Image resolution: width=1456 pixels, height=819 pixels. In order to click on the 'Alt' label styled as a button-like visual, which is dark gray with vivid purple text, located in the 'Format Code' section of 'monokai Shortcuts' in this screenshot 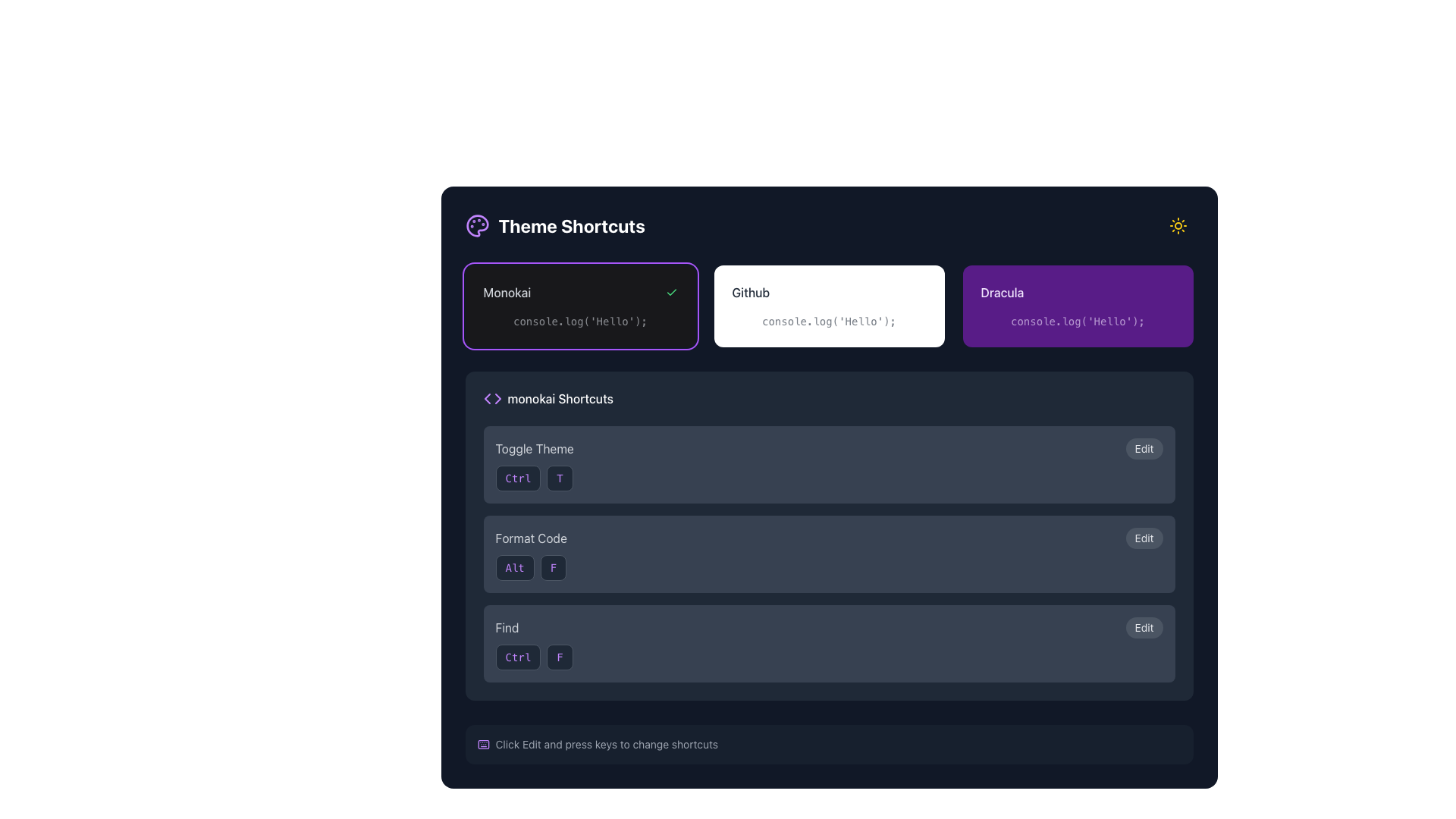, I will do `click(515, 567)`.